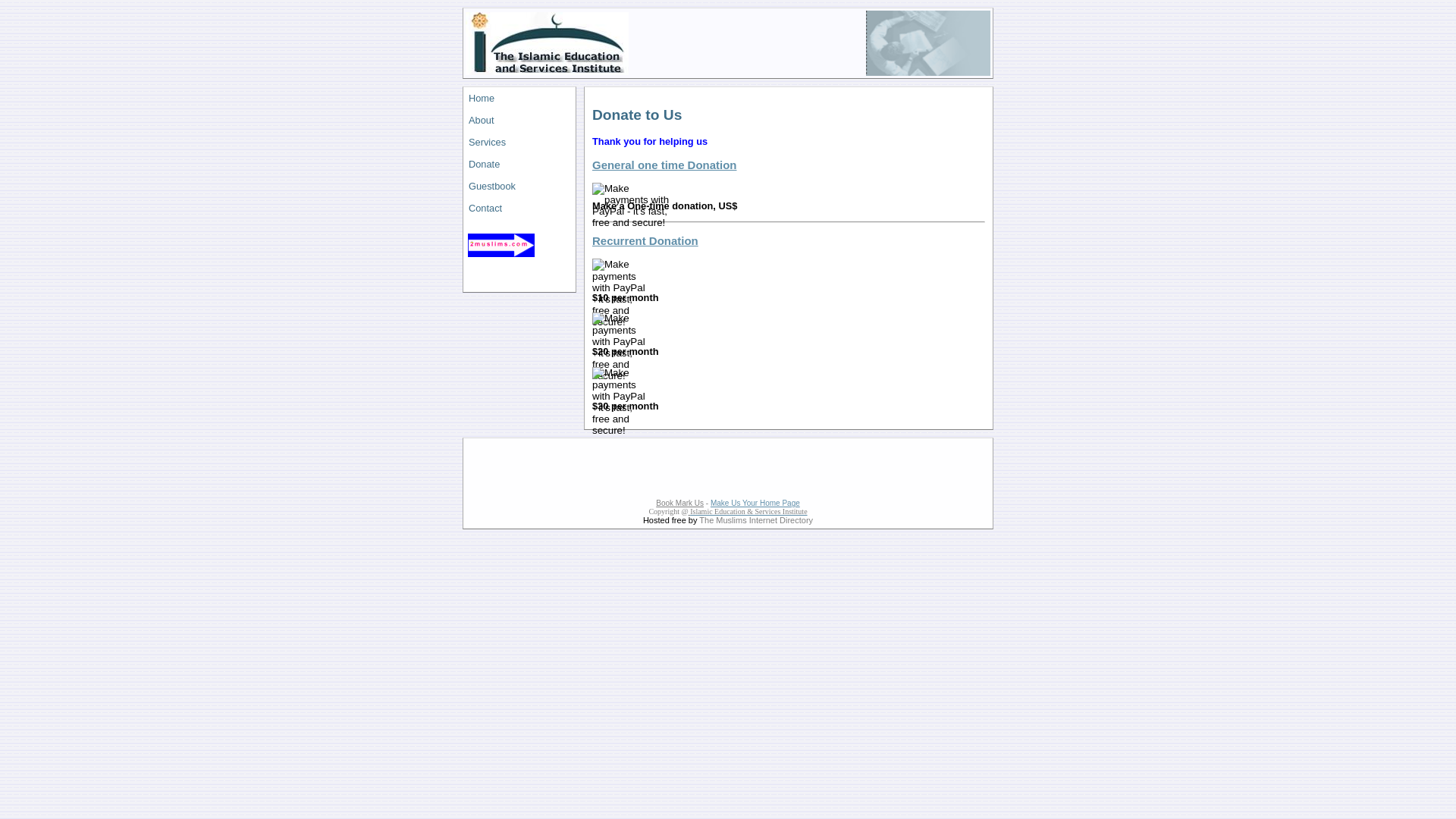 This screenshot has height=819, width=1456. Describe the element at coordinates (664, 165) in the screenshot. I see `'General one time Donation'` at that location.